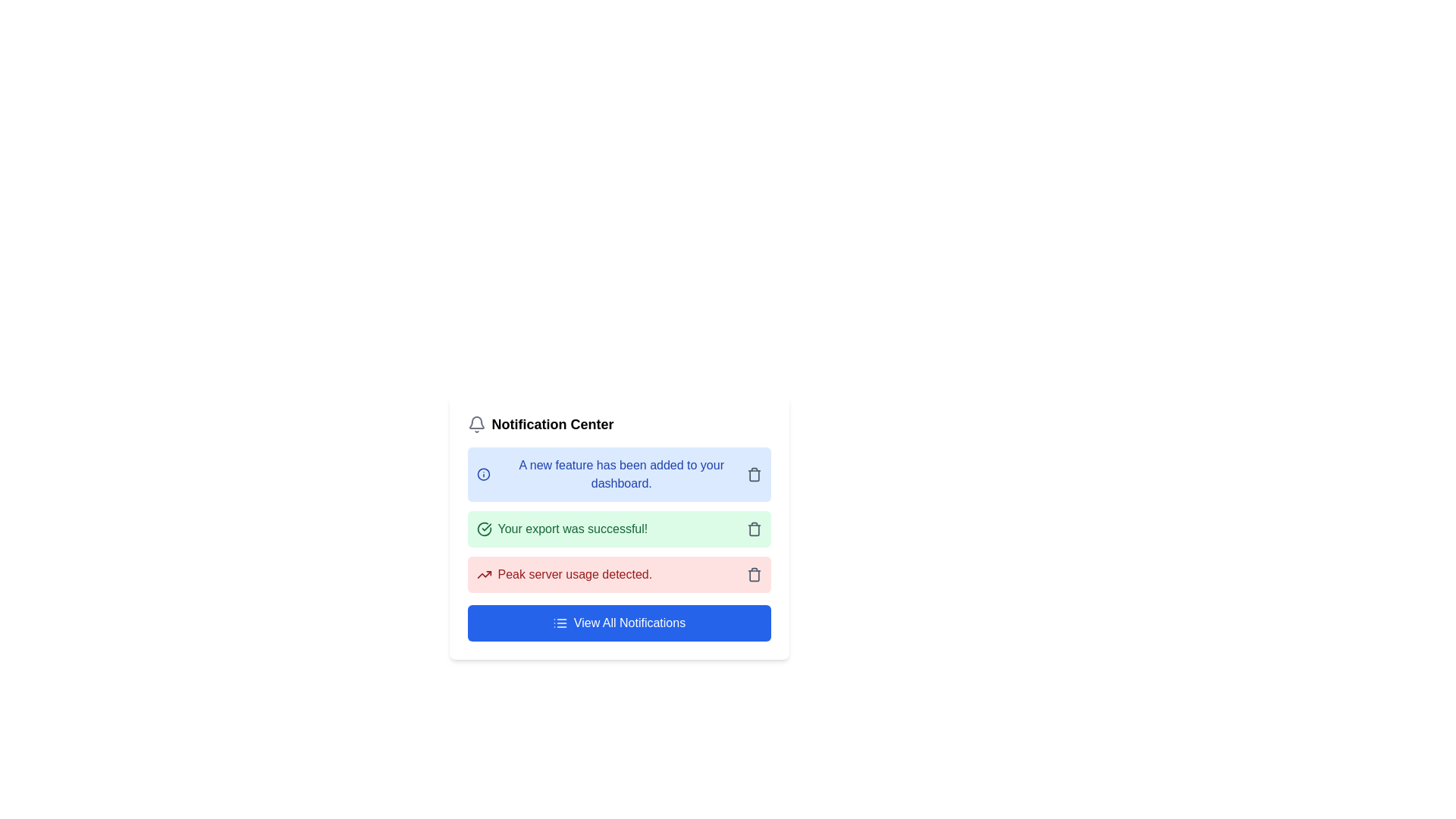 Image resolution: width=1456 pixels, height=819 pixels. Describe the element at coordinates (483, 575) in the screenshot. I see `the SVG icon resembling a line graph trending upwards, which is positioned to the left of the notification text 'Peak server usage detected.'` at that location.